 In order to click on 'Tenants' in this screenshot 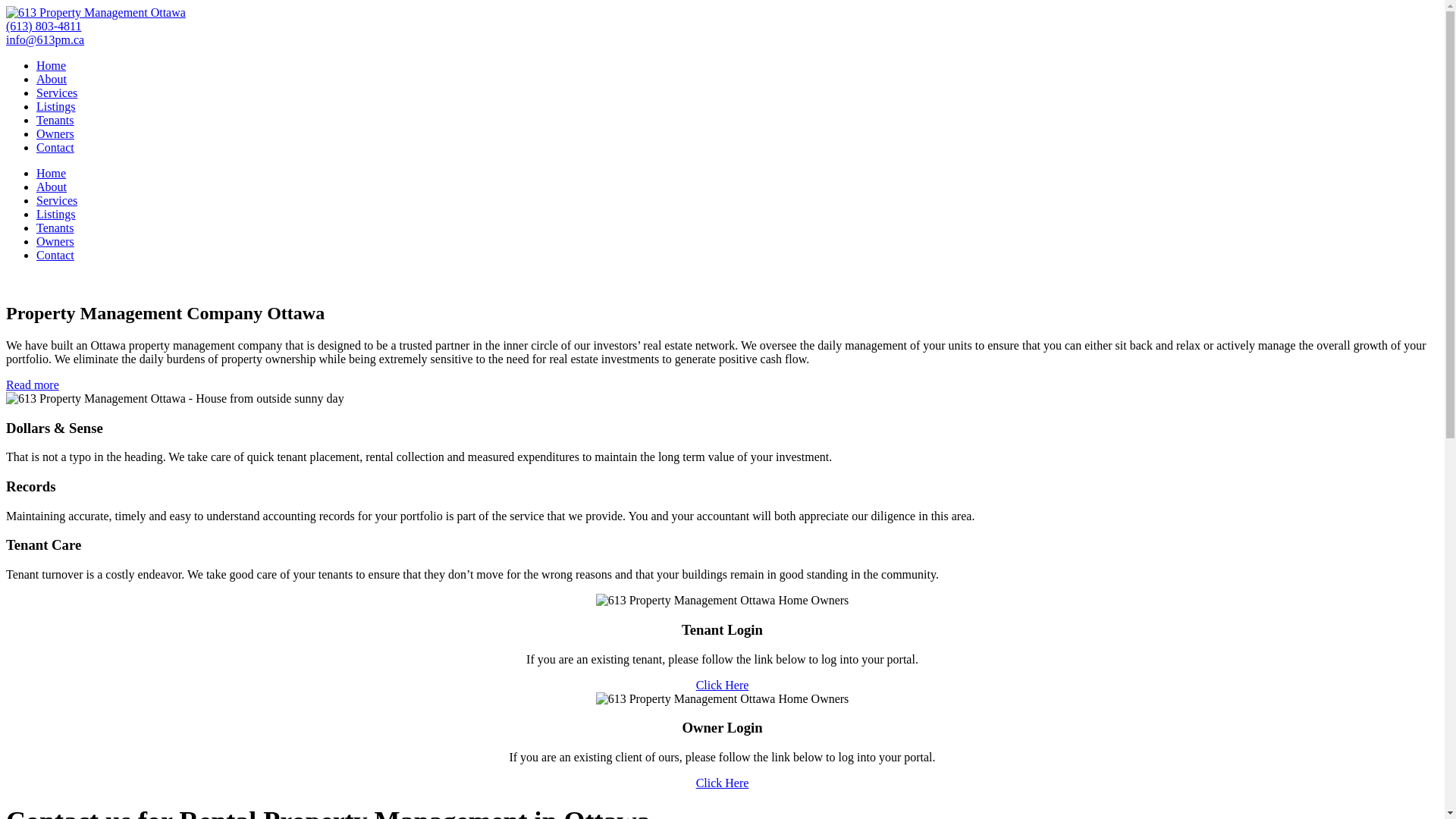, I will do `click(55, 227)`.